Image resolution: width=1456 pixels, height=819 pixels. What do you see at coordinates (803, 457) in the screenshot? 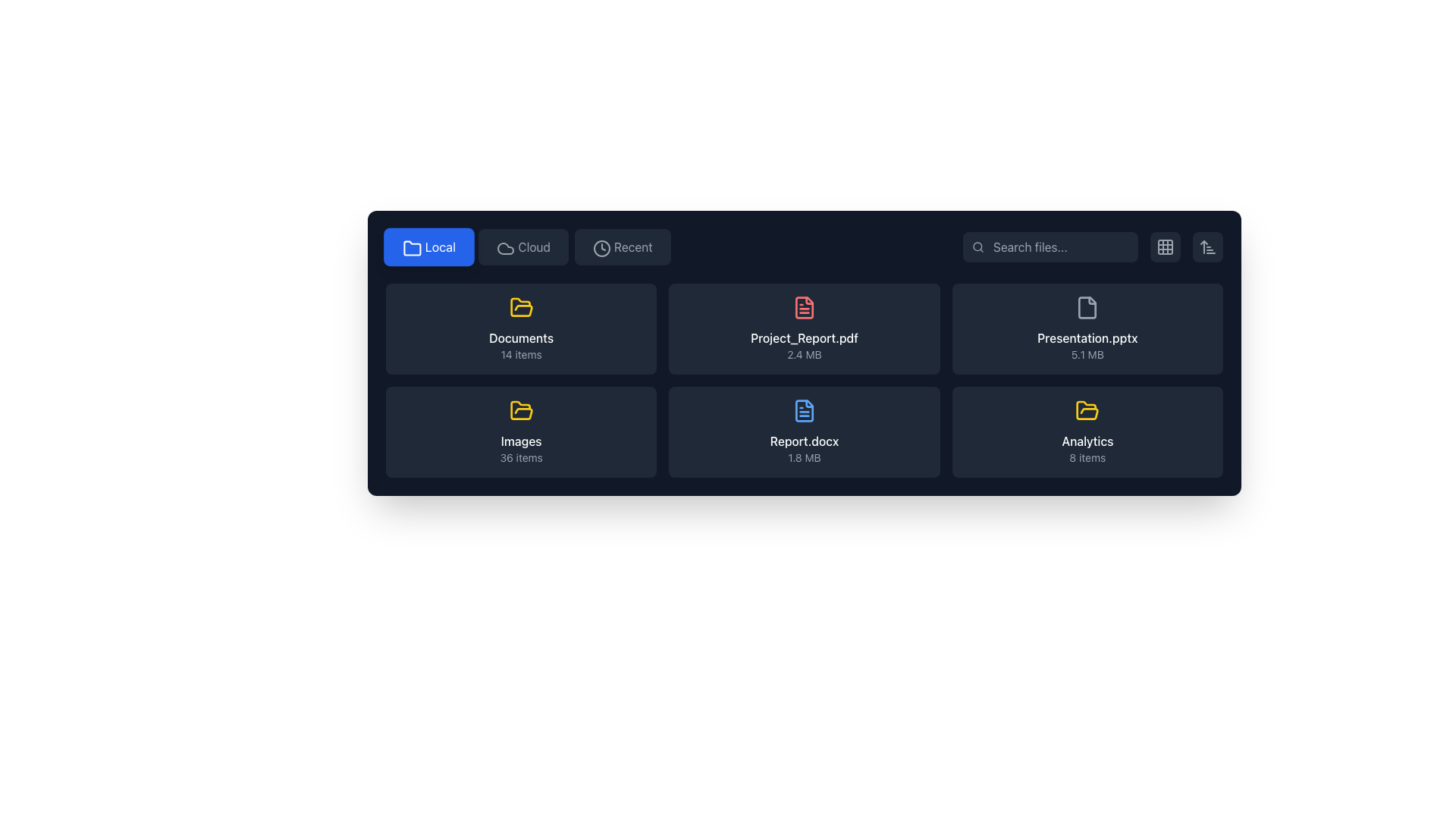
I see `the label displaying '1.8 MB' in light gray, located beneath 'Report.docx' in the file card grid layout` at bounding box center [803, 457].